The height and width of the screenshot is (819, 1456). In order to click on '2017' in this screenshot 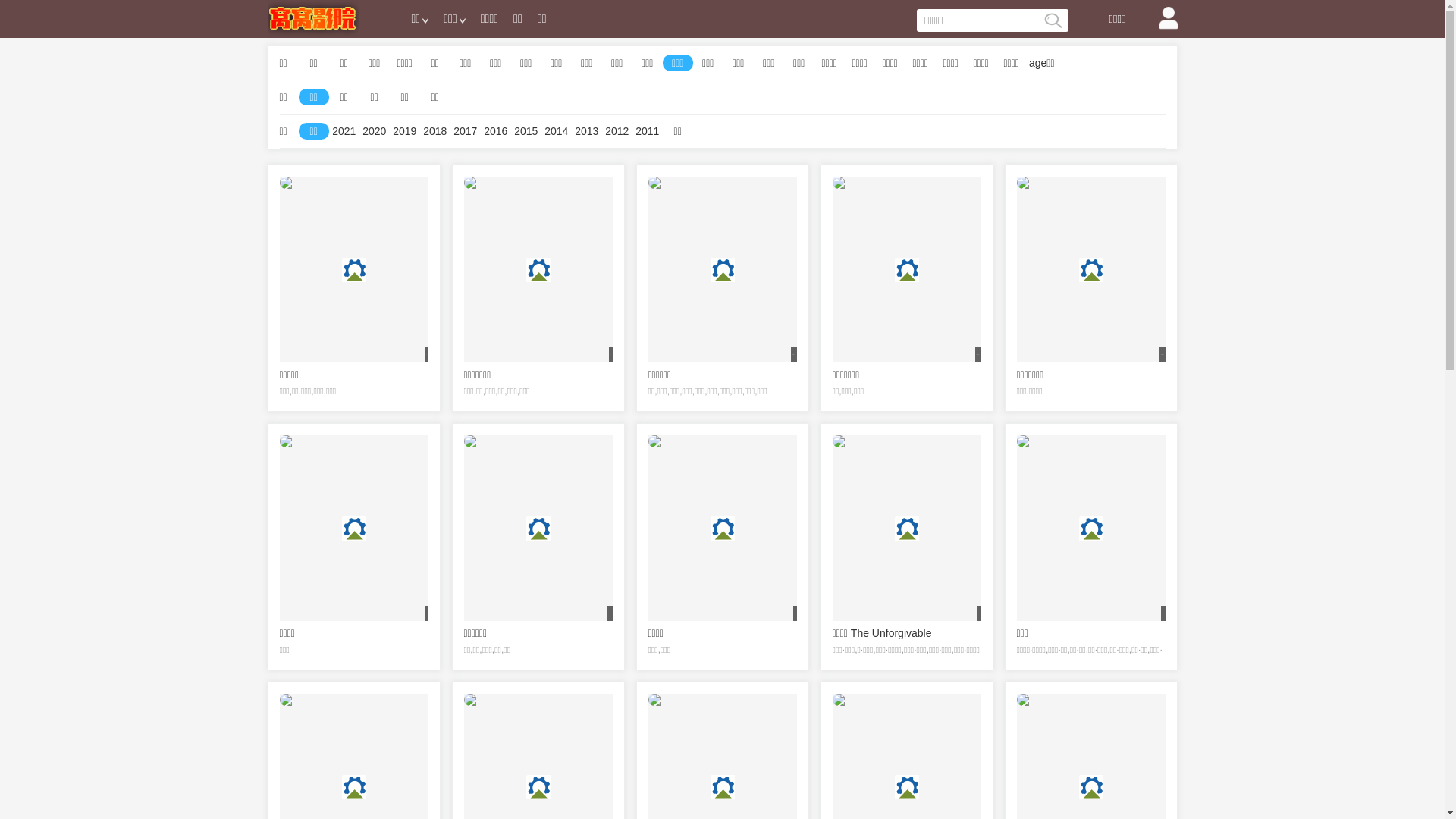, I will do `click(464, 130)`.